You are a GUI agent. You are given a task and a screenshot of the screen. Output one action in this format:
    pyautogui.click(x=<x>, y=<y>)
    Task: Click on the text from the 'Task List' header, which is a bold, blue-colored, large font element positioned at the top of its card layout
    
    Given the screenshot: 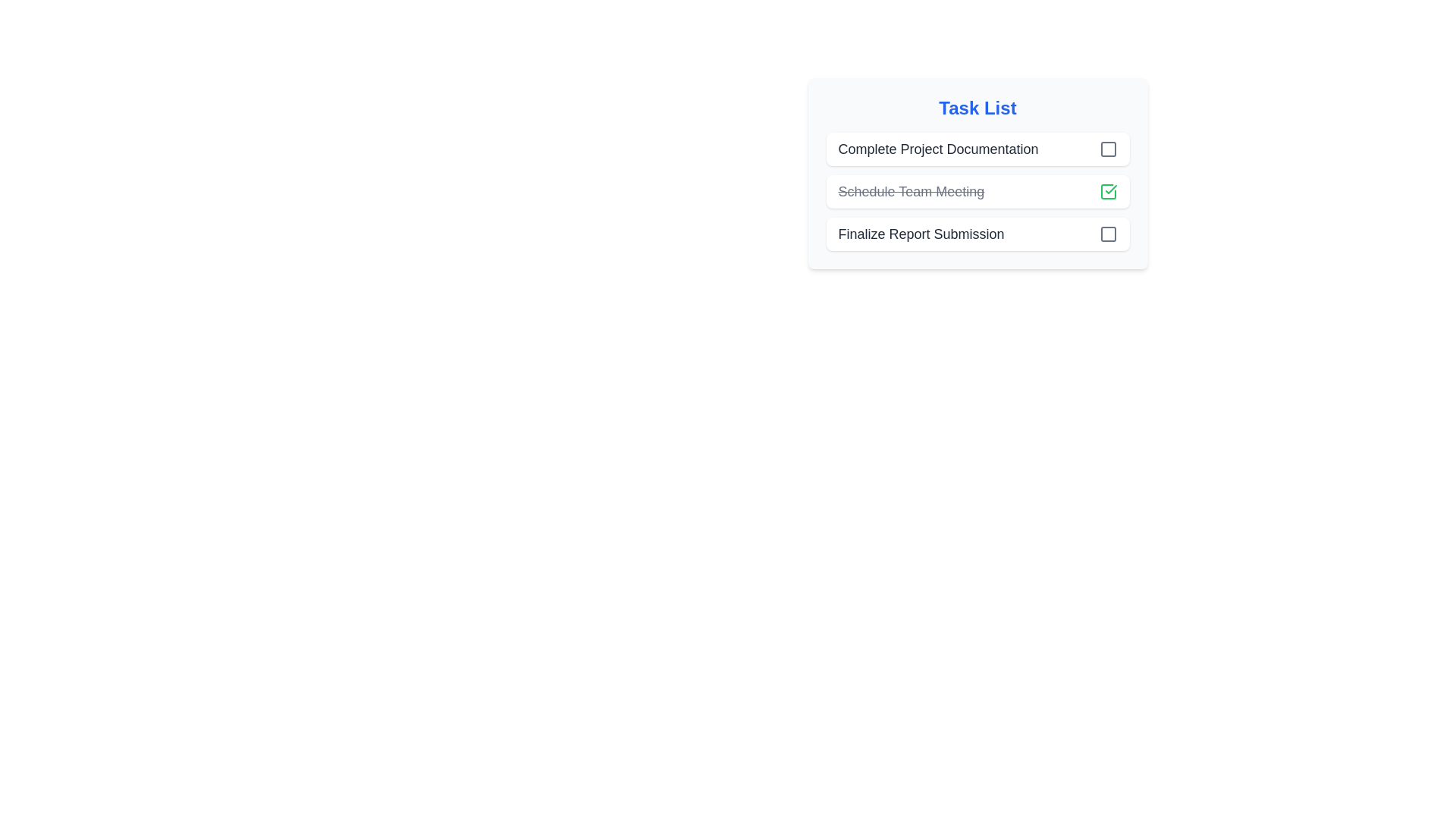 What is the action you would take?
    pyautogui.click(x=977, y=107)
    